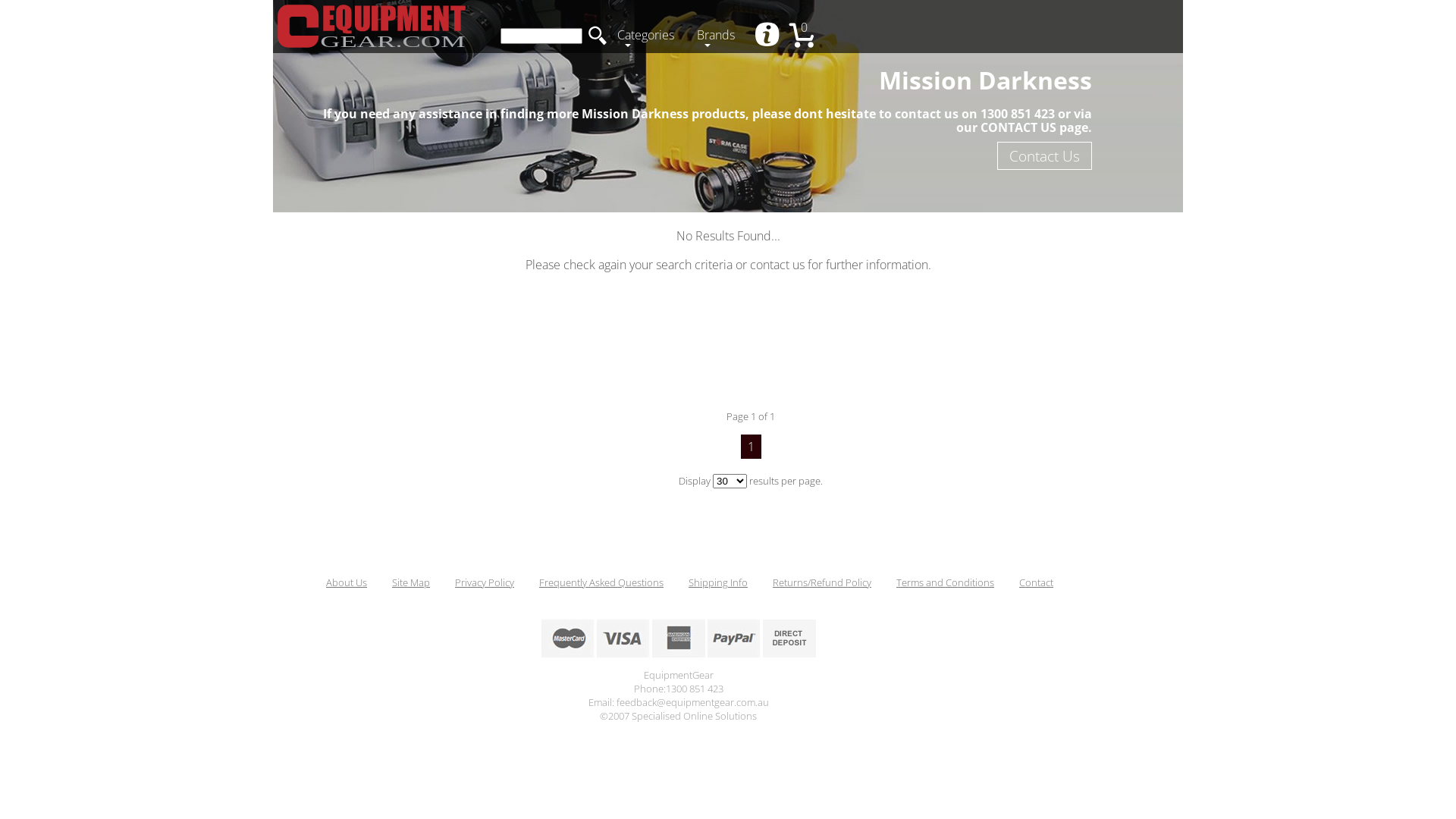 Image resolution: width=1456 pixels, height=819 pixels. I want to click on 'American Express Accepted', so click(677, 638).